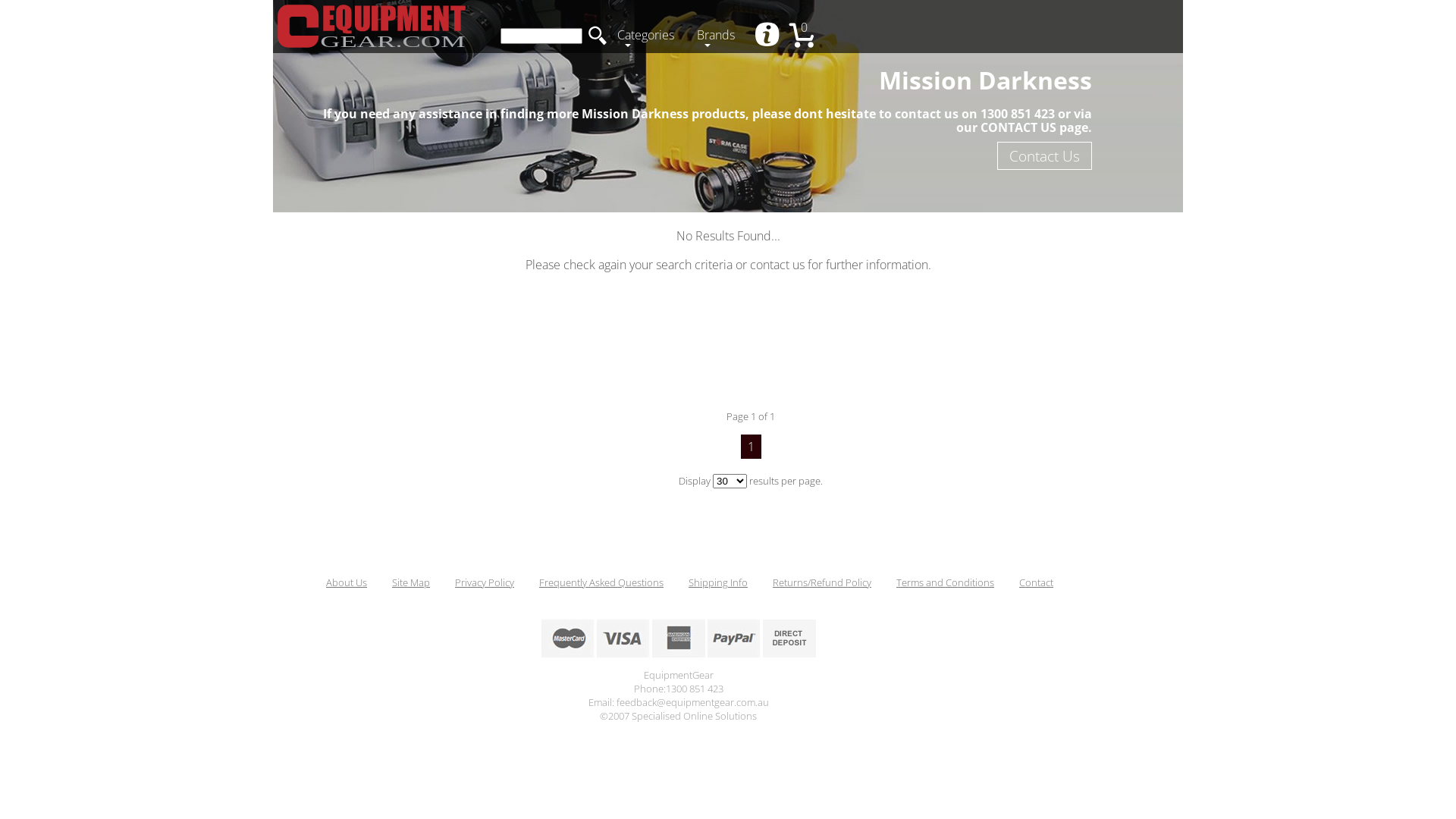 Image resolution: width=1456 pixels, height=819 pixels. I want to click on 'American Express Accepted', so click(677, 638).